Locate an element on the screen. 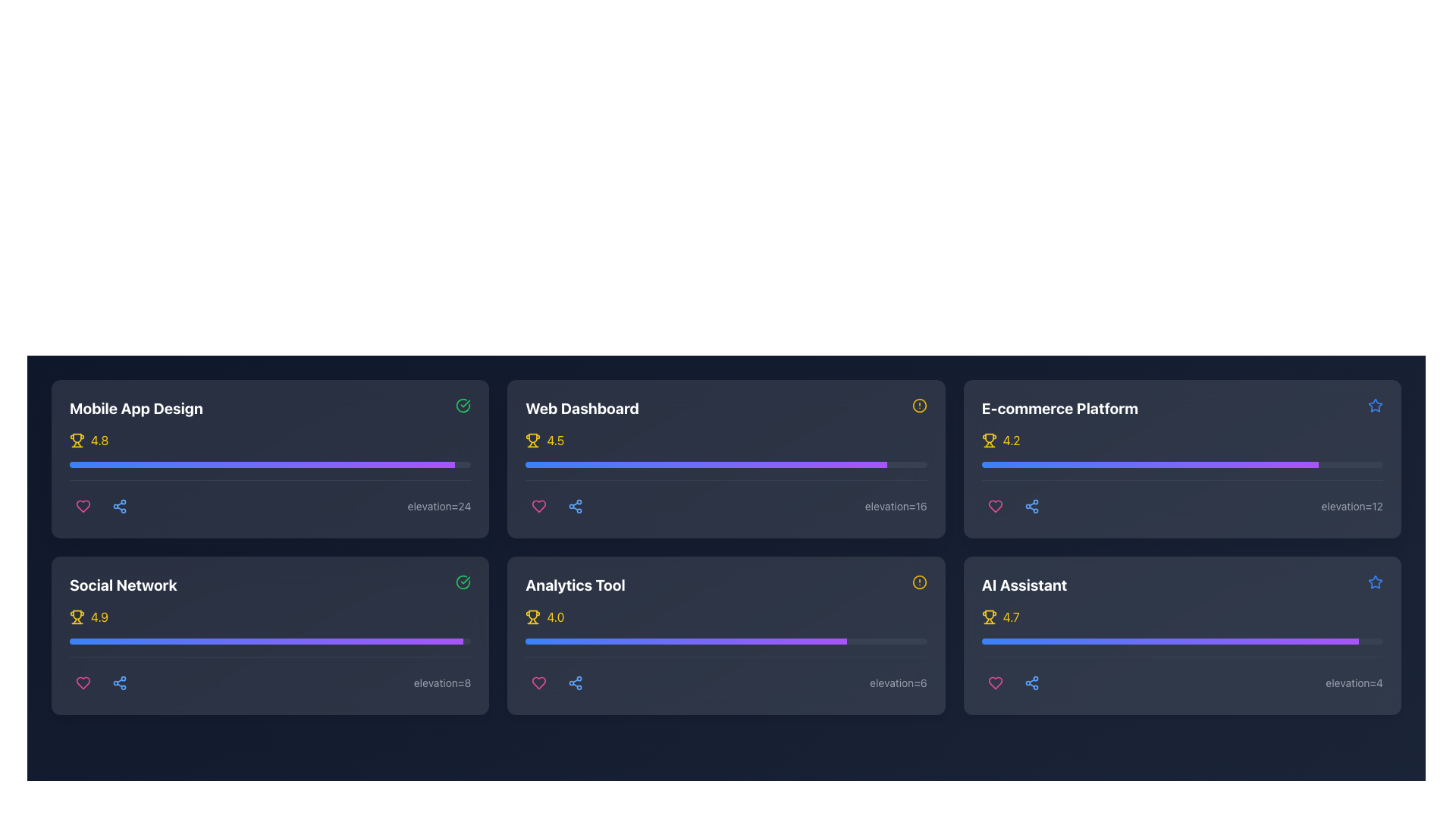 This screenshot has height=819, width=1456. the green circular arc of the check mark icon located in the top-right corner of the 'Mobile App Design' card to indicate a successful or completed state is located at coordinates (463, 581).